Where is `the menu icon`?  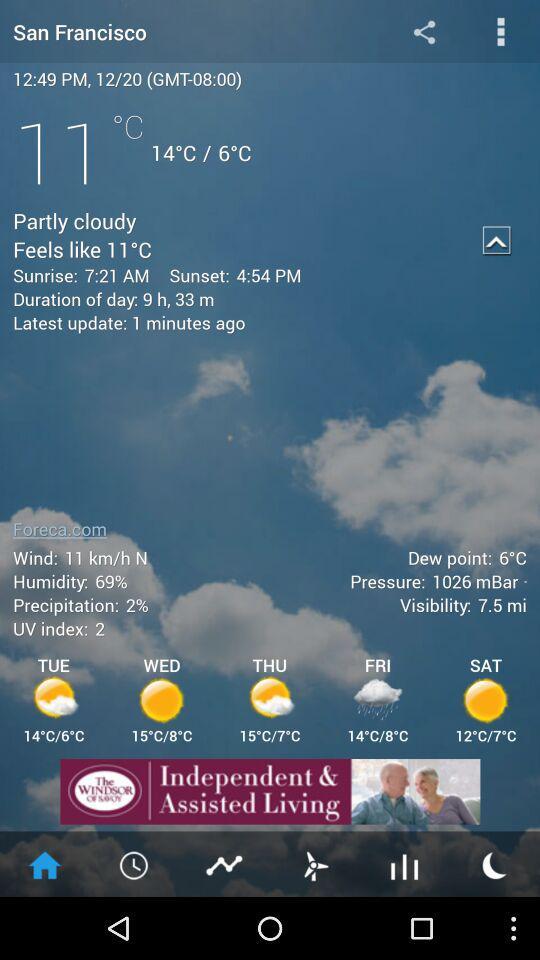 the menu icon is located at coordinates (405, 925).